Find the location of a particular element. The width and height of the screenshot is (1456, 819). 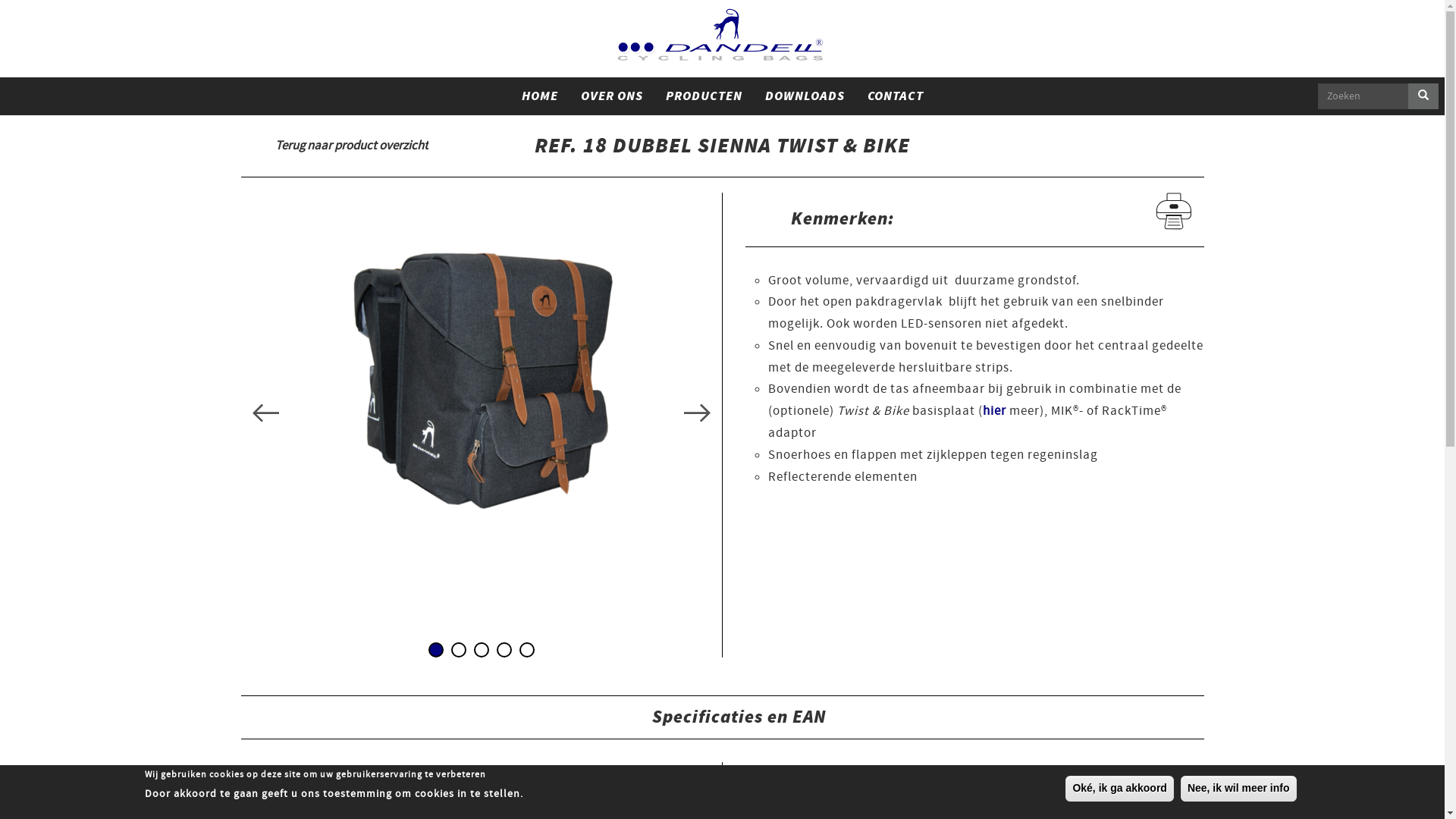

'HOME' is located at coordinates (538, 96).